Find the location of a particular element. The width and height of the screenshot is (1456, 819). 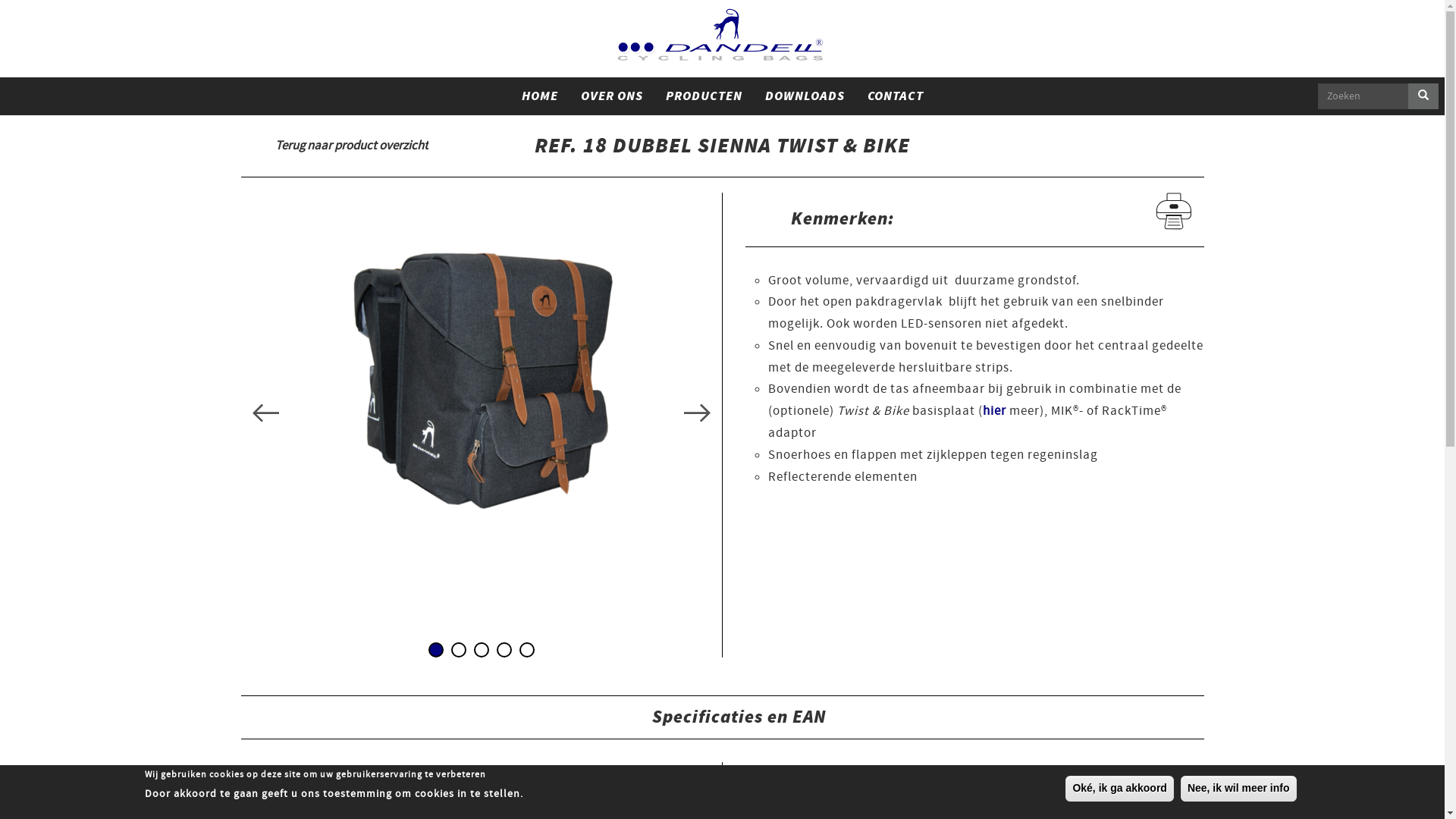

'HOME' is located at coordinates (538, 96).